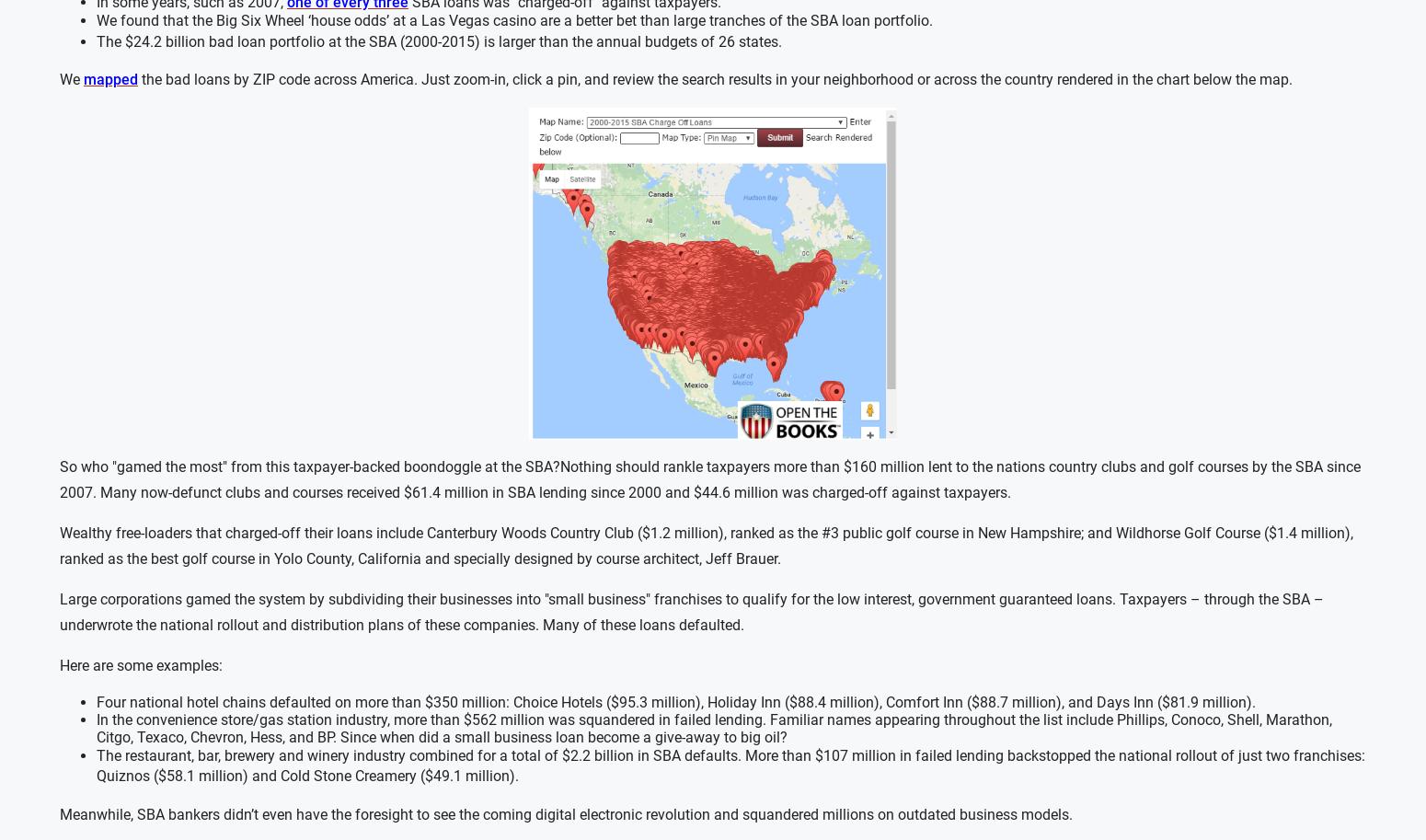 This screenshot has width=1426, height=840. I want to click on 'We', so click(70, 79).